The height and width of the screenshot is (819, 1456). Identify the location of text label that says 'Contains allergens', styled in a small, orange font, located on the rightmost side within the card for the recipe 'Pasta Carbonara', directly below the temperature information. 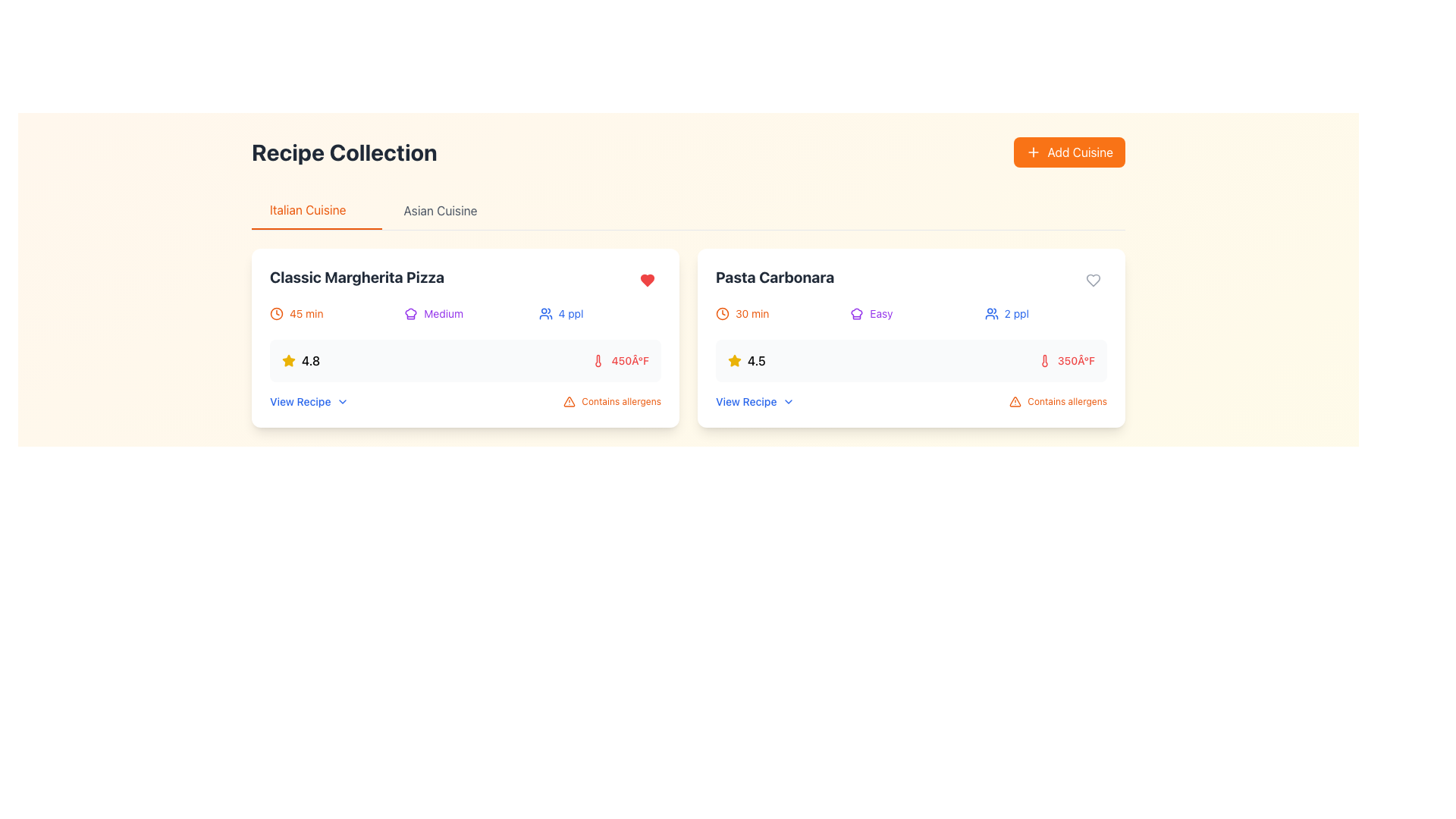
(1066, 400).